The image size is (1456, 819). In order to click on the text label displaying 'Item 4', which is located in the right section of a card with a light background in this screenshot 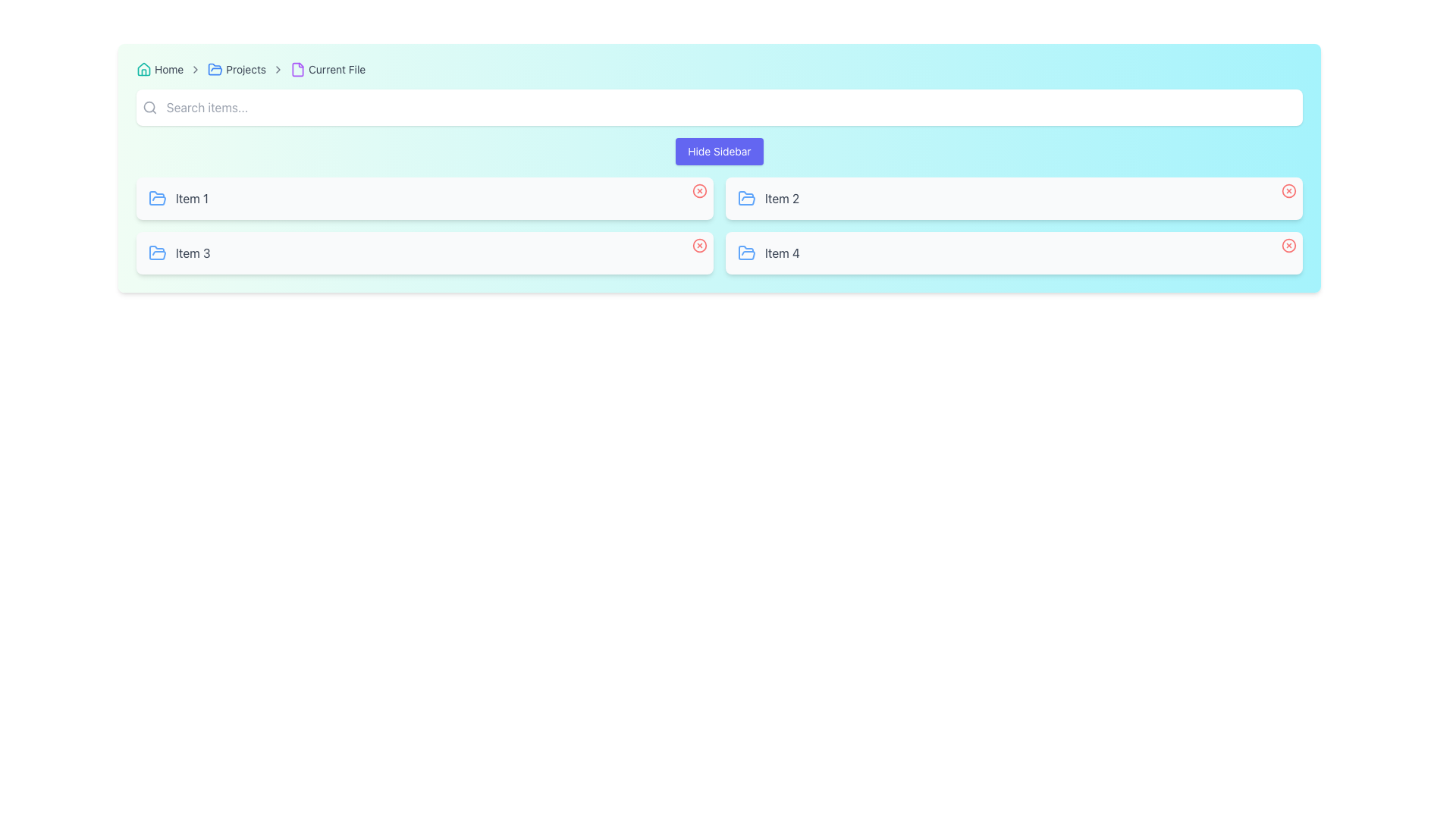, I will do `click(783, 253)`.